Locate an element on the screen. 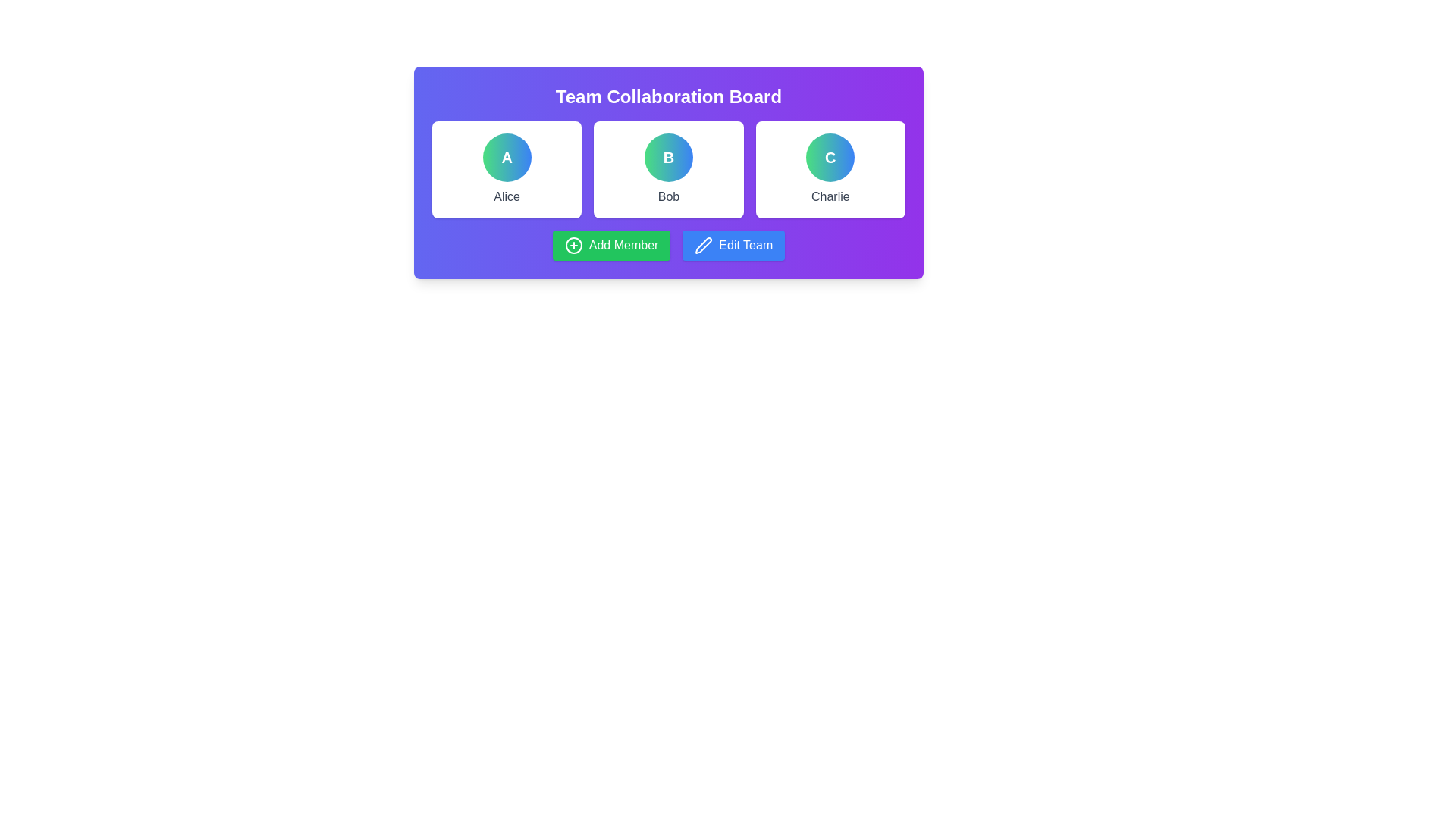 Image resolution: width=1456 pixels, height=819 pixels. the circular profile badge representing the user 'Bob', which is centrally located in the card displaying his name on the Team Collaboration Board is located at coordinates (668, 158).